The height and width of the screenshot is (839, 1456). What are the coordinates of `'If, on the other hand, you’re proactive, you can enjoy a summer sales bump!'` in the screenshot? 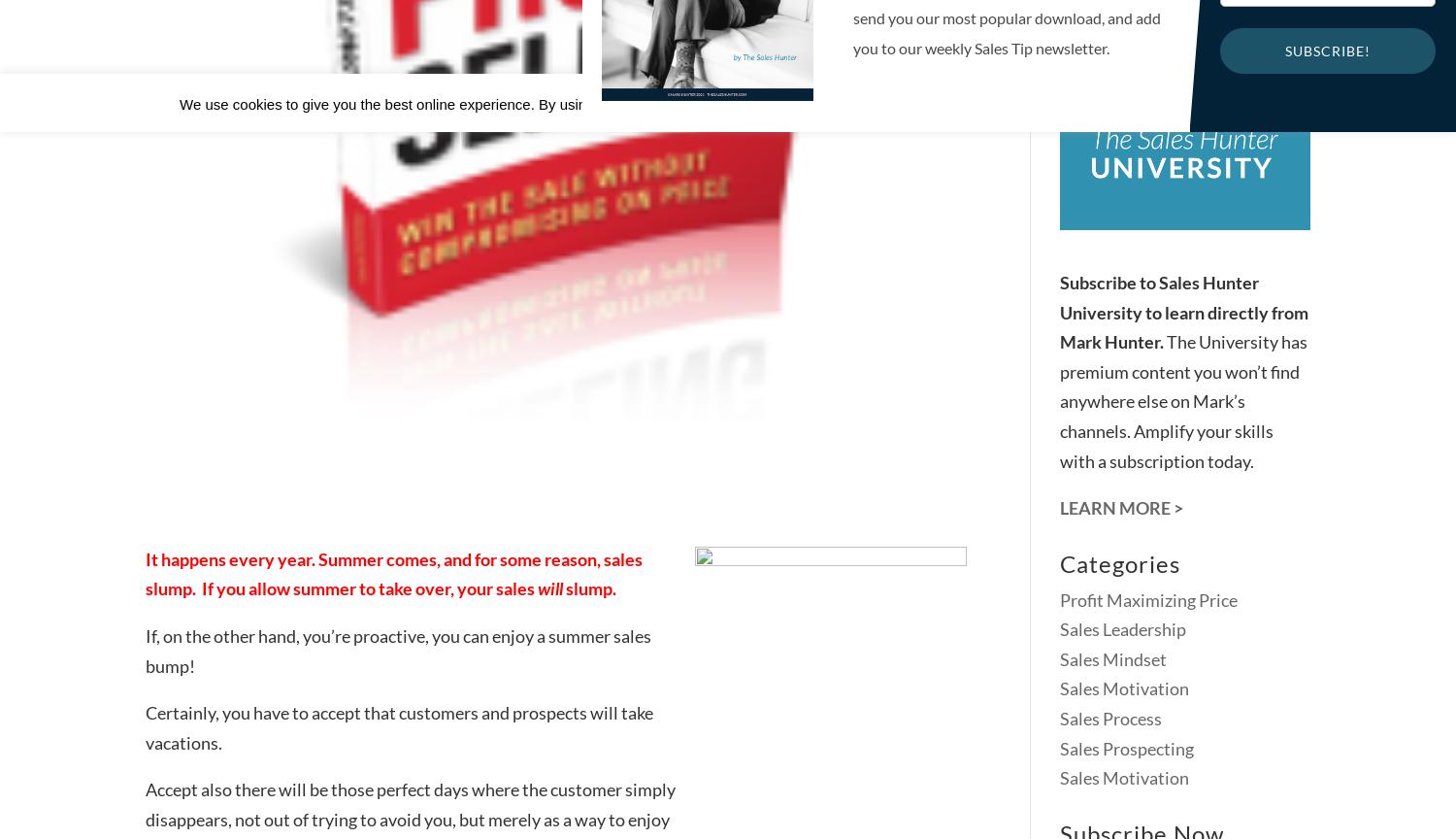 It's located at (398, 650).